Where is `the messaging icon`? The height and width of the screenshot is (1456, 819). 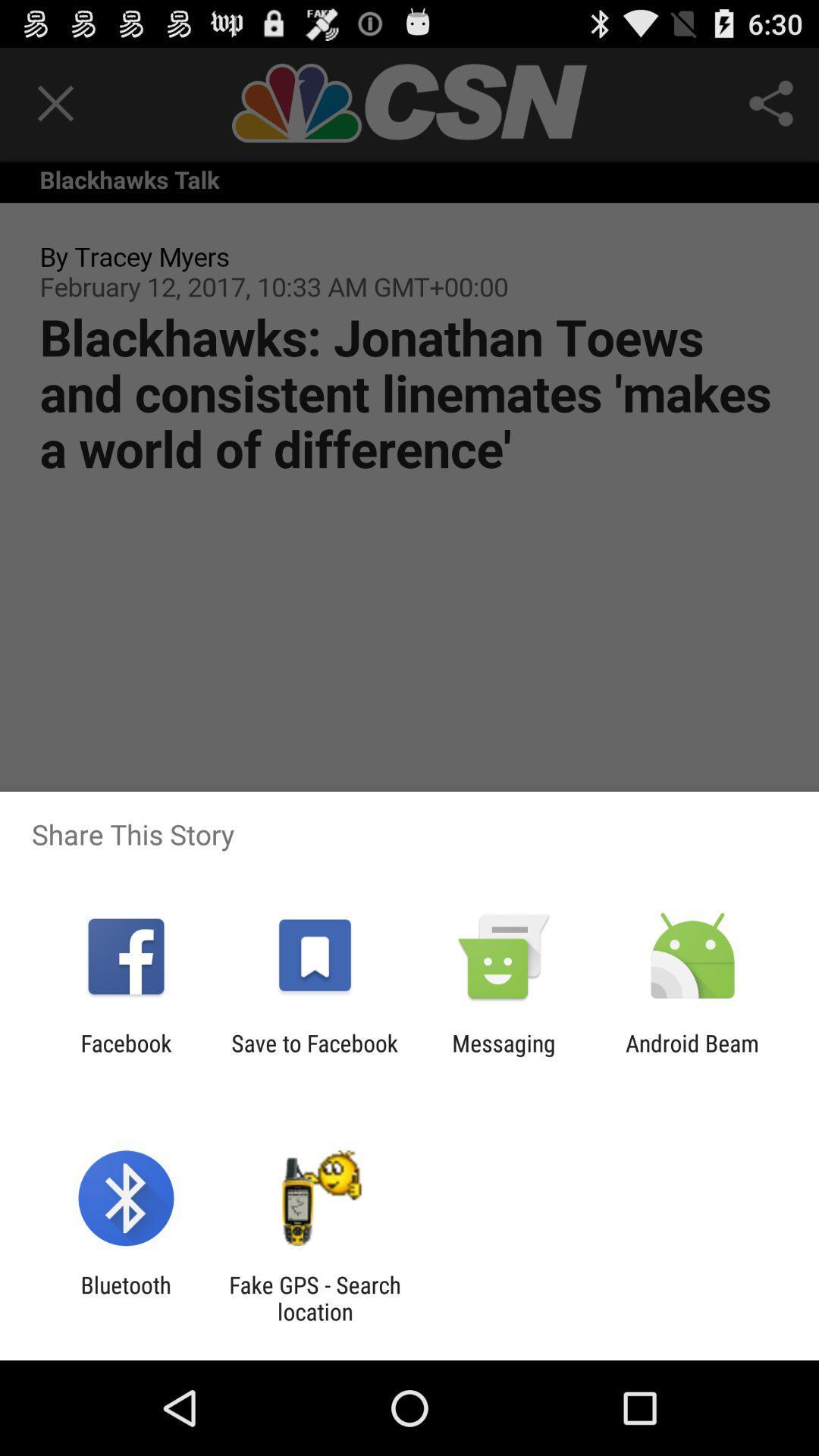 the messaging icon is located at coordinates (504, 1056).